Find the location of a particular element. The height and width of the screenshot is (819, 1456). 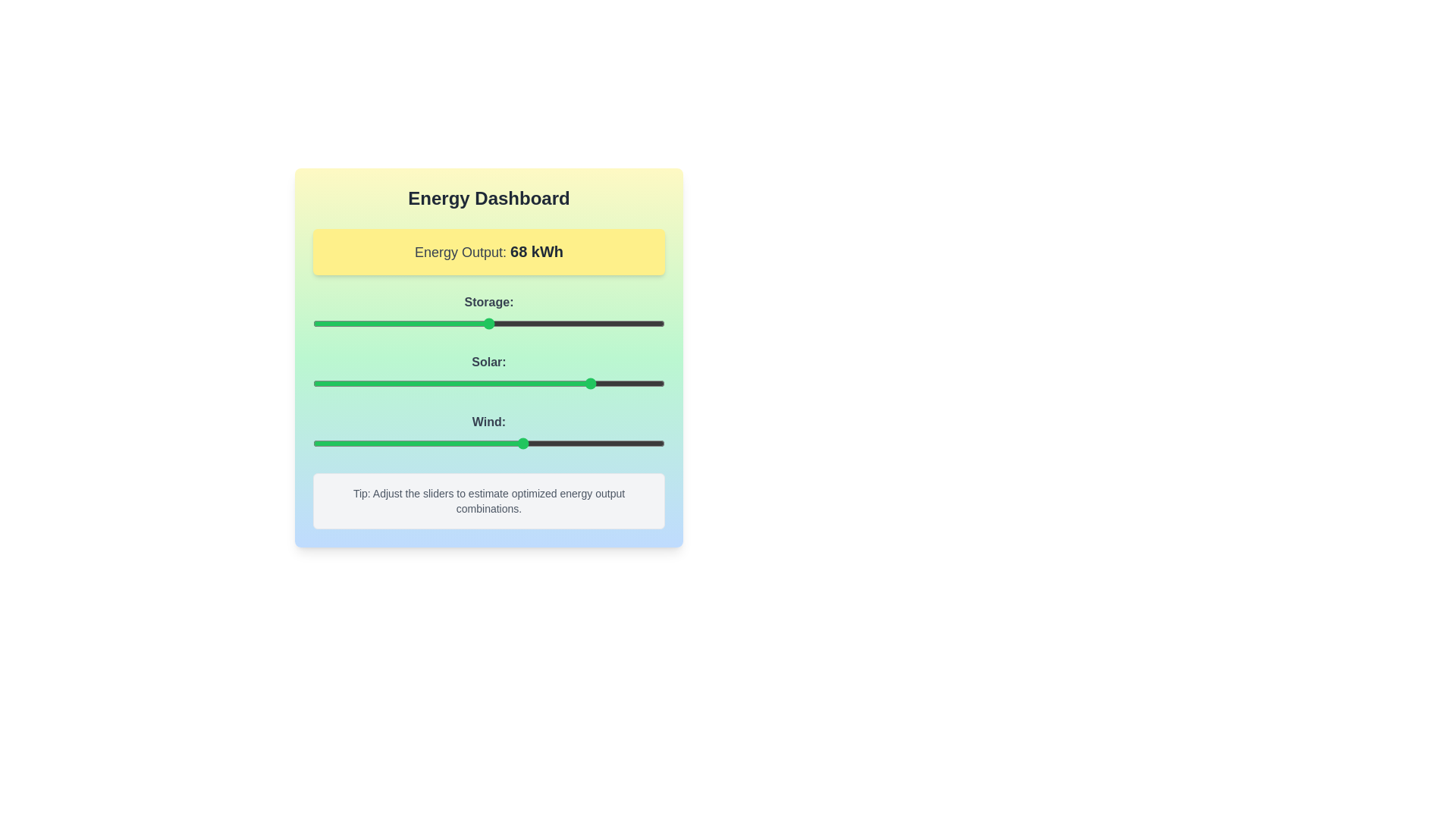

the 'Solar' slider to 81% is located at coordinates (597, 382).